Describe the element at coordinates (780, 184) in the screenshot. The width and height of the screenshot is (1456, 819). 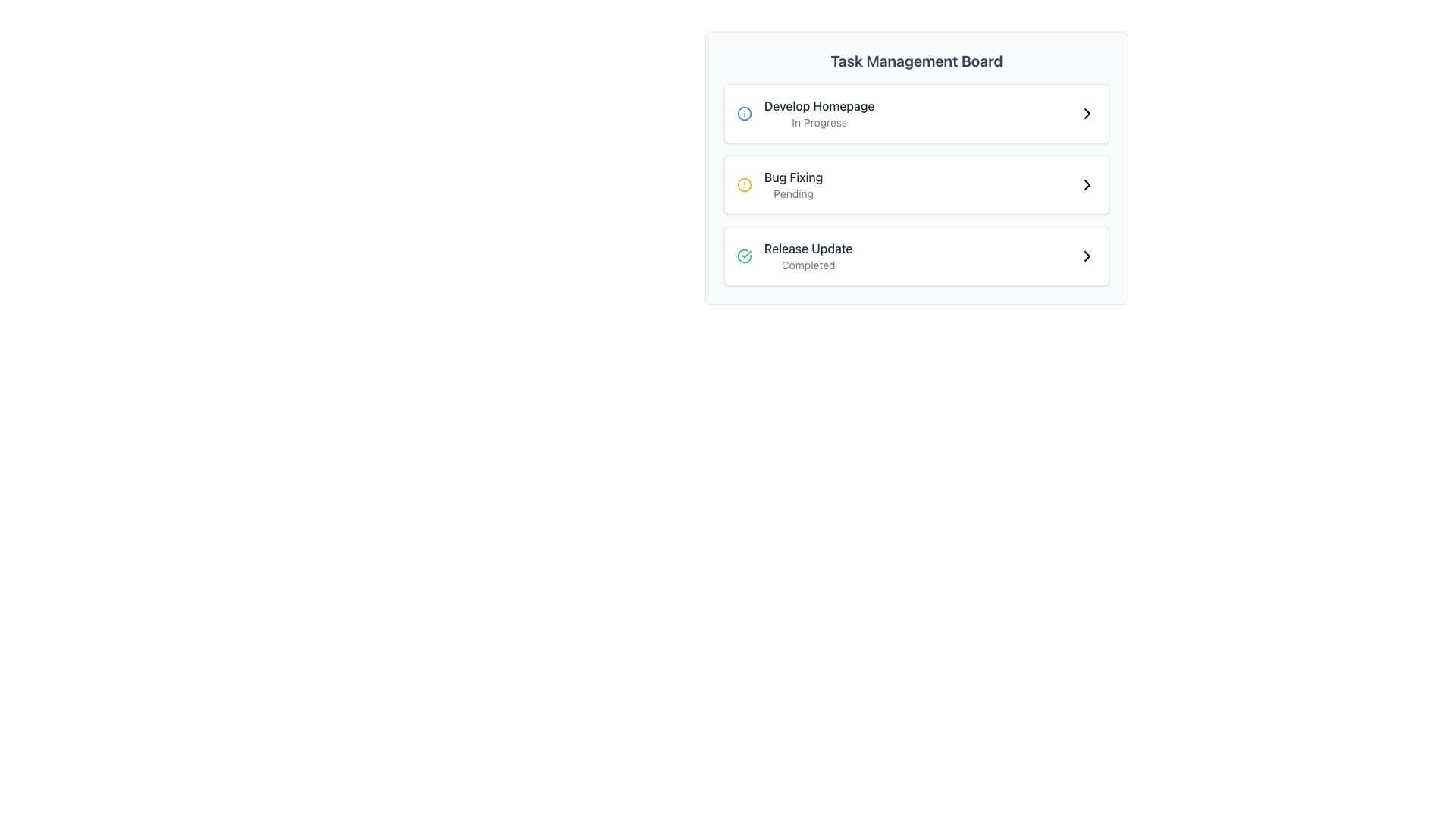
I see `the 'Bug Fixing' task information element, which is the second item in the middle row of the task management board, displaying a status of 'Pending'` at that location.